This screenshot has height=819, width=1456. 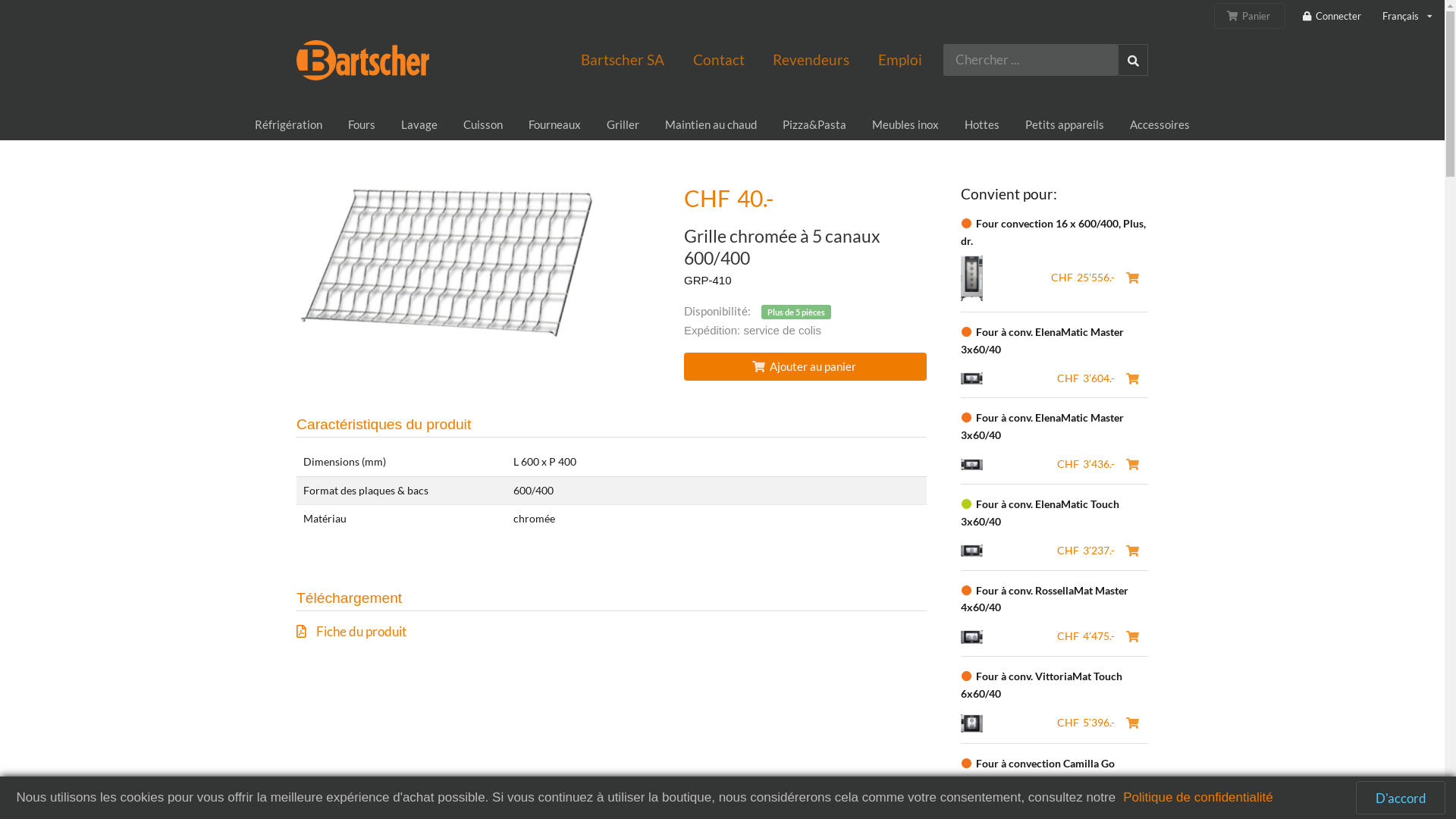 I want to click on 'Cuisson', so click(x=482, y=124).